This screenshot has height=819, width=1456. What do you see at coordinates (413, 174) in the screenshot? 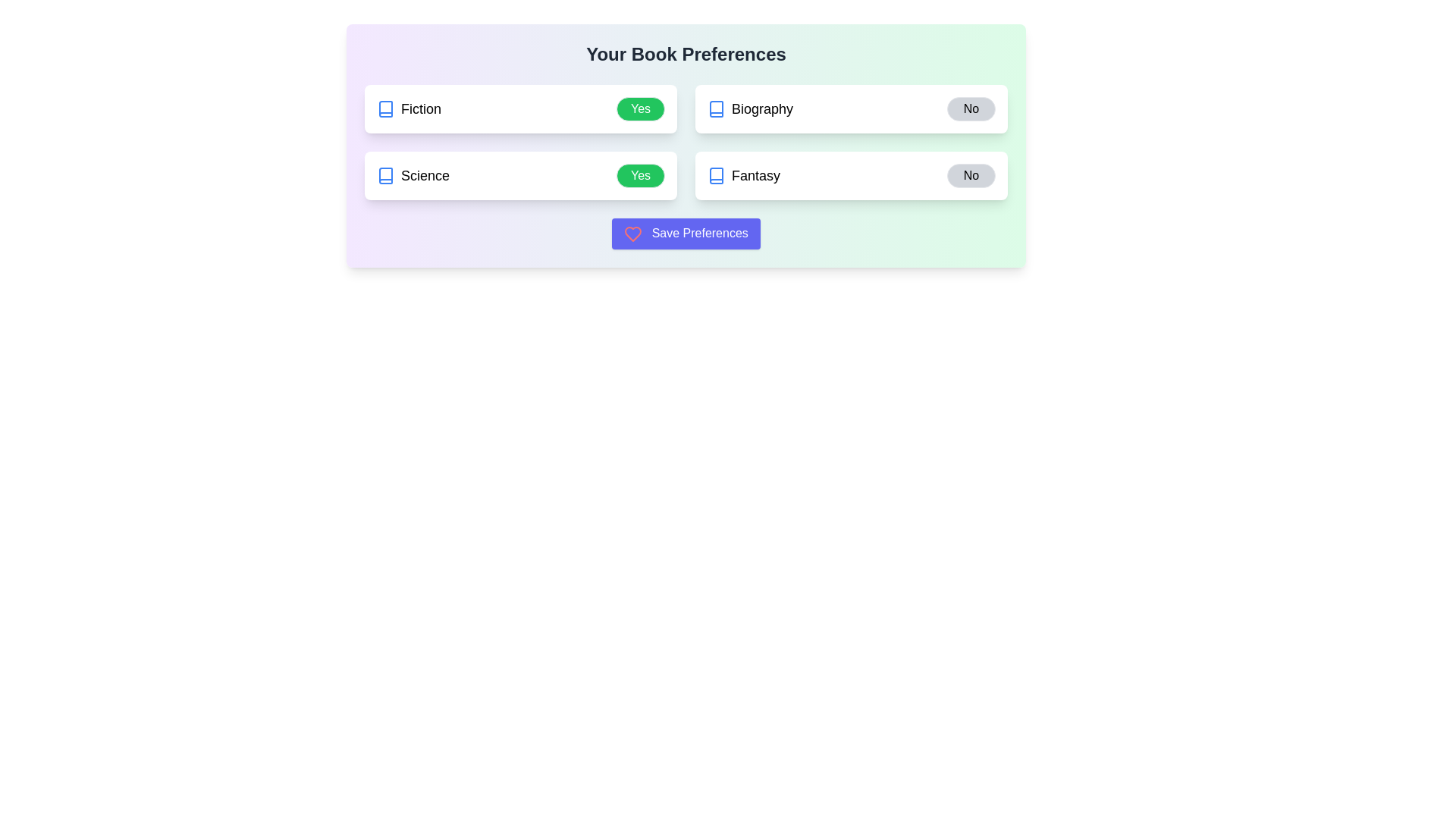
I see `the Science to observe feedback` at bounding box center [413, 174].